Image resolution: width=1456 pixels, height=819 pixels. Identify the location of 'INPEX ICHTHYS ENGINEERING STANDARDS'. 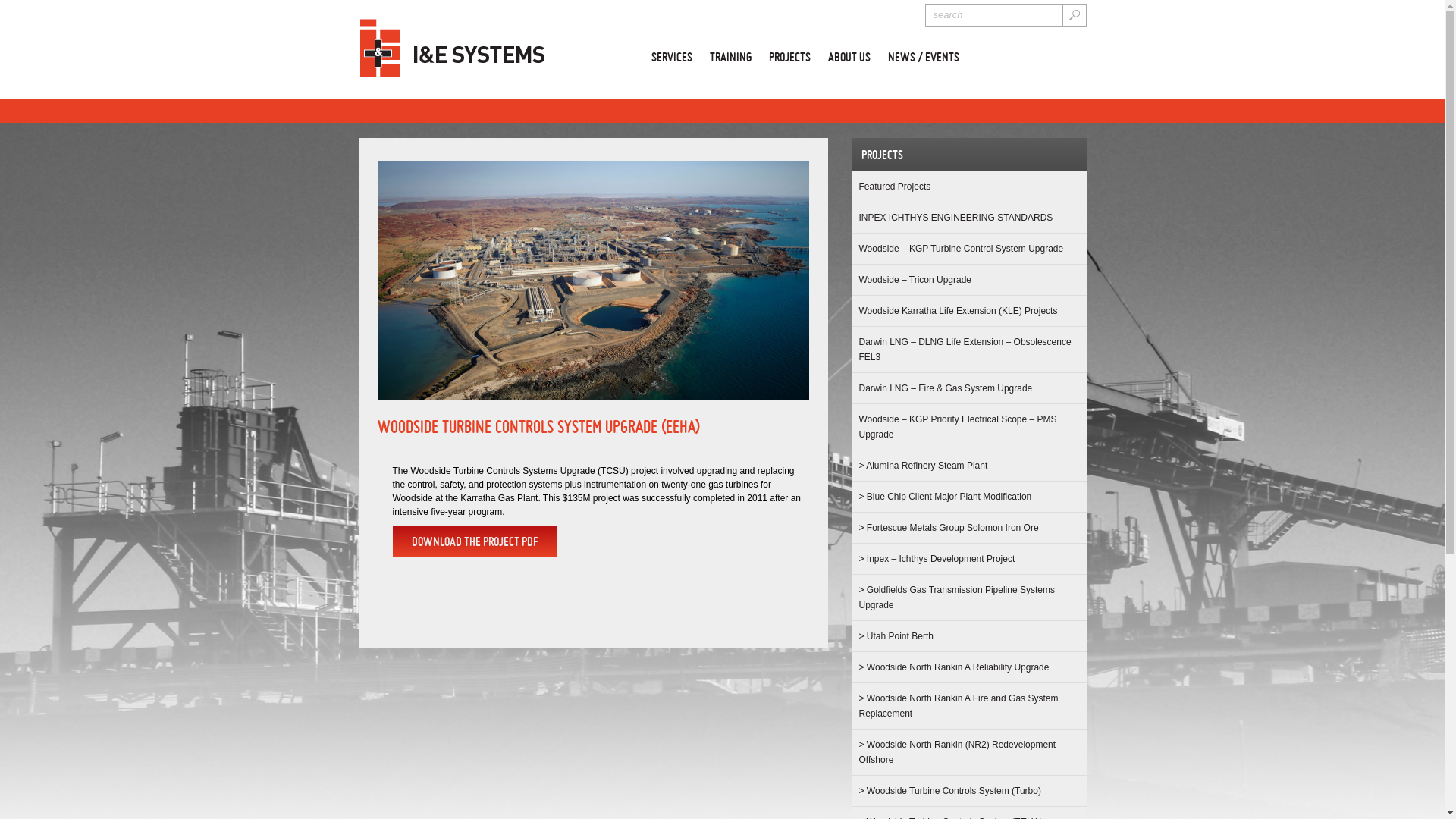
(954, 217).